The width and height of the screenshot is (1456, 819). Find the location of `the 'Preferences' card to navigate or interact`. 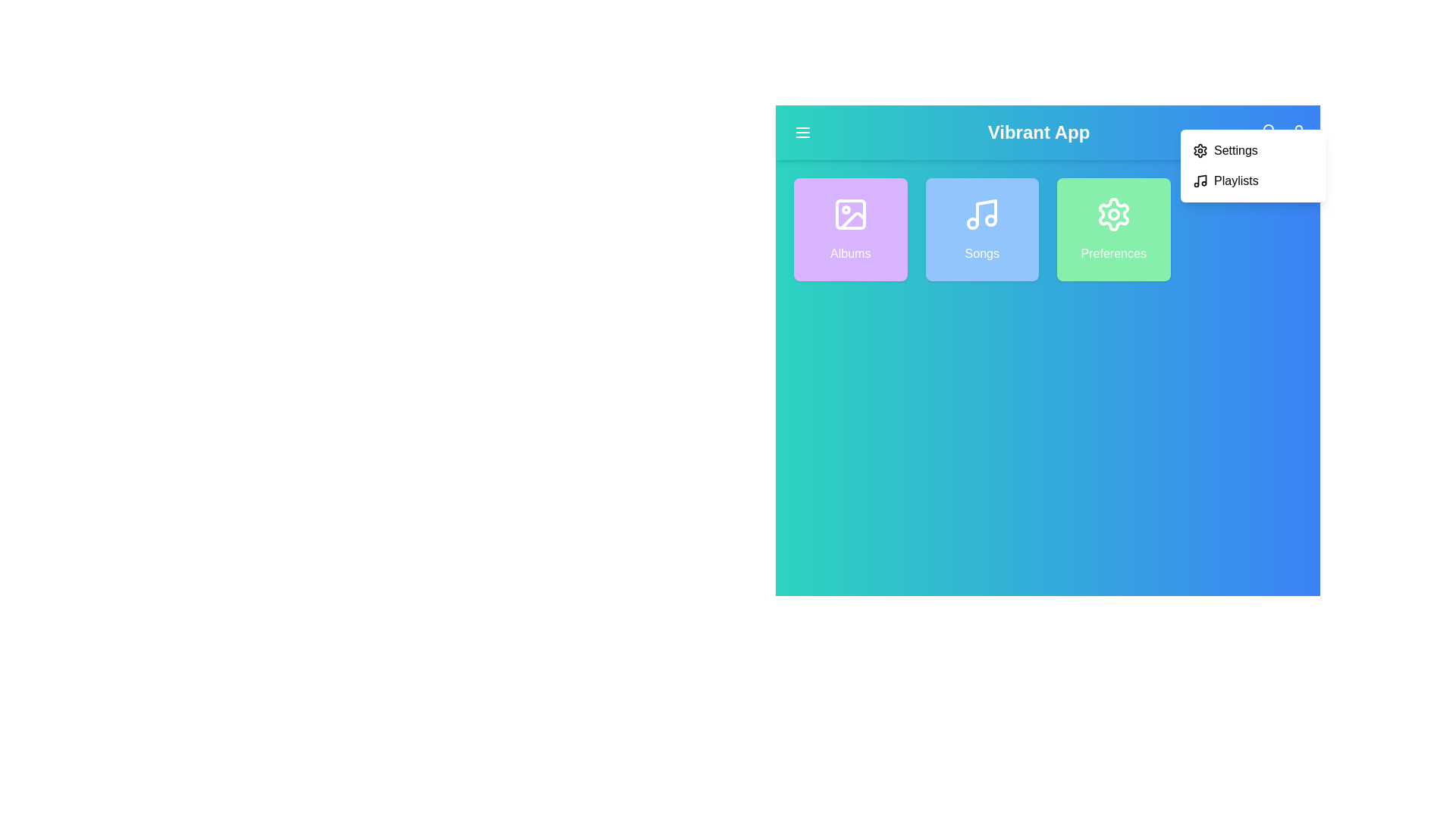

the 'Preferences' card to navigate or interact is located at coordinates (1113, 230).